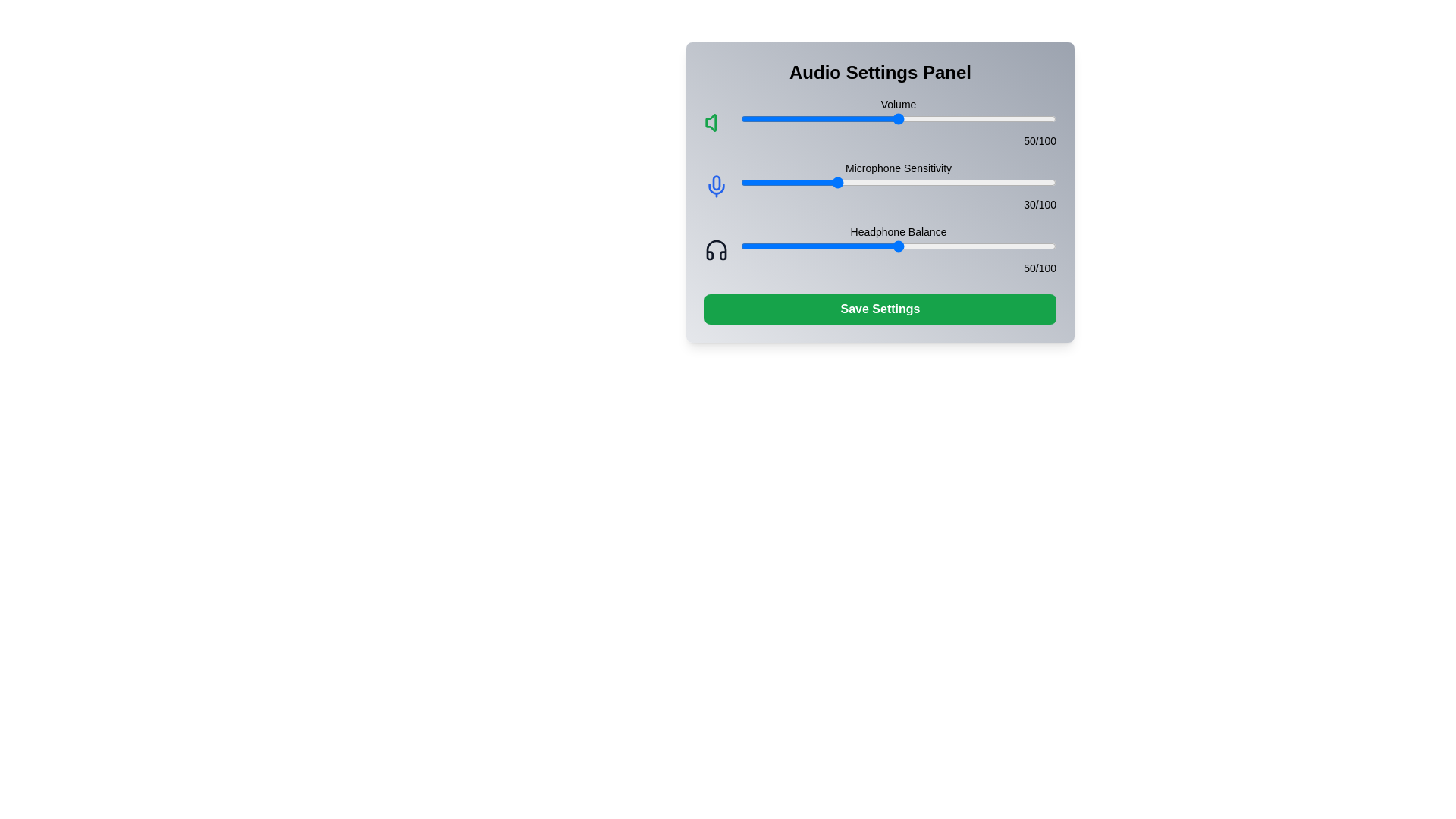 The image size is (1456, 819). What do you see at coordinates (796, 118) in the screenshot?
I see `the volume slider` at bounding box center [796, 118].